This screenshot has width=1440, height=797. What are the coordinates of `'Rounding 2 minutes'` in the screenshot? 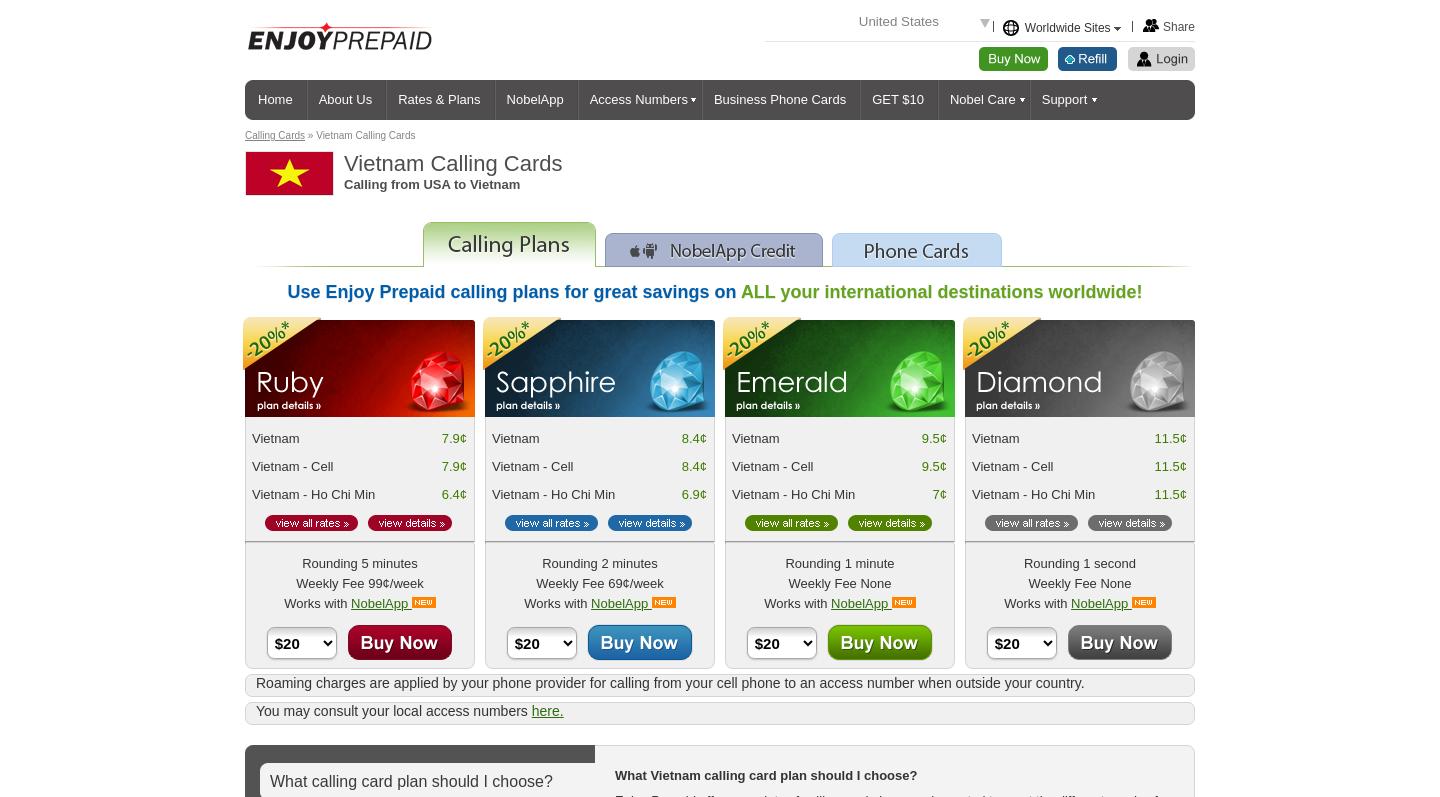 It's located at (599, 562).